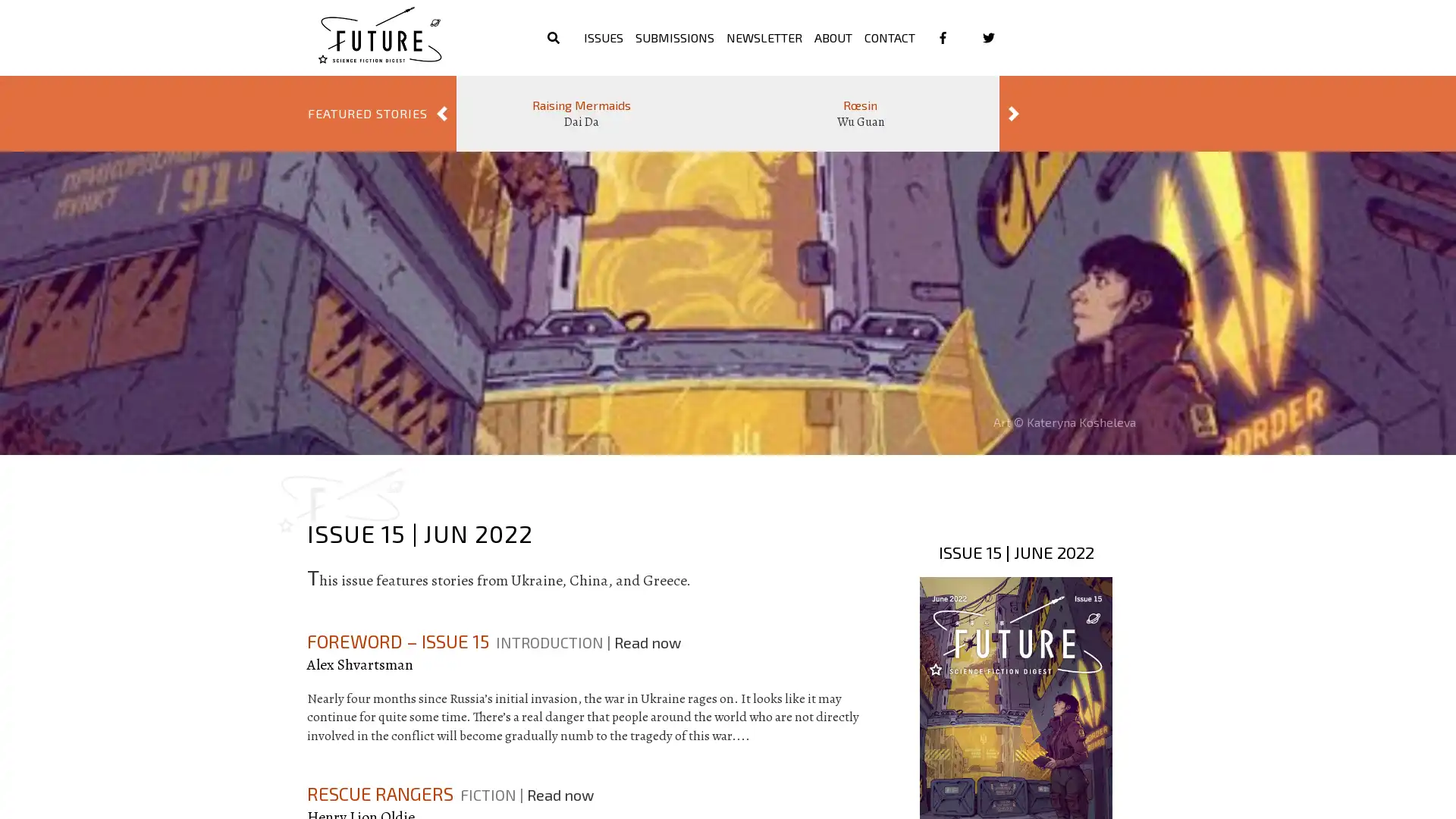 This screenshot has width=1456, height=819. I want to click on Next, so click(1014, 113).